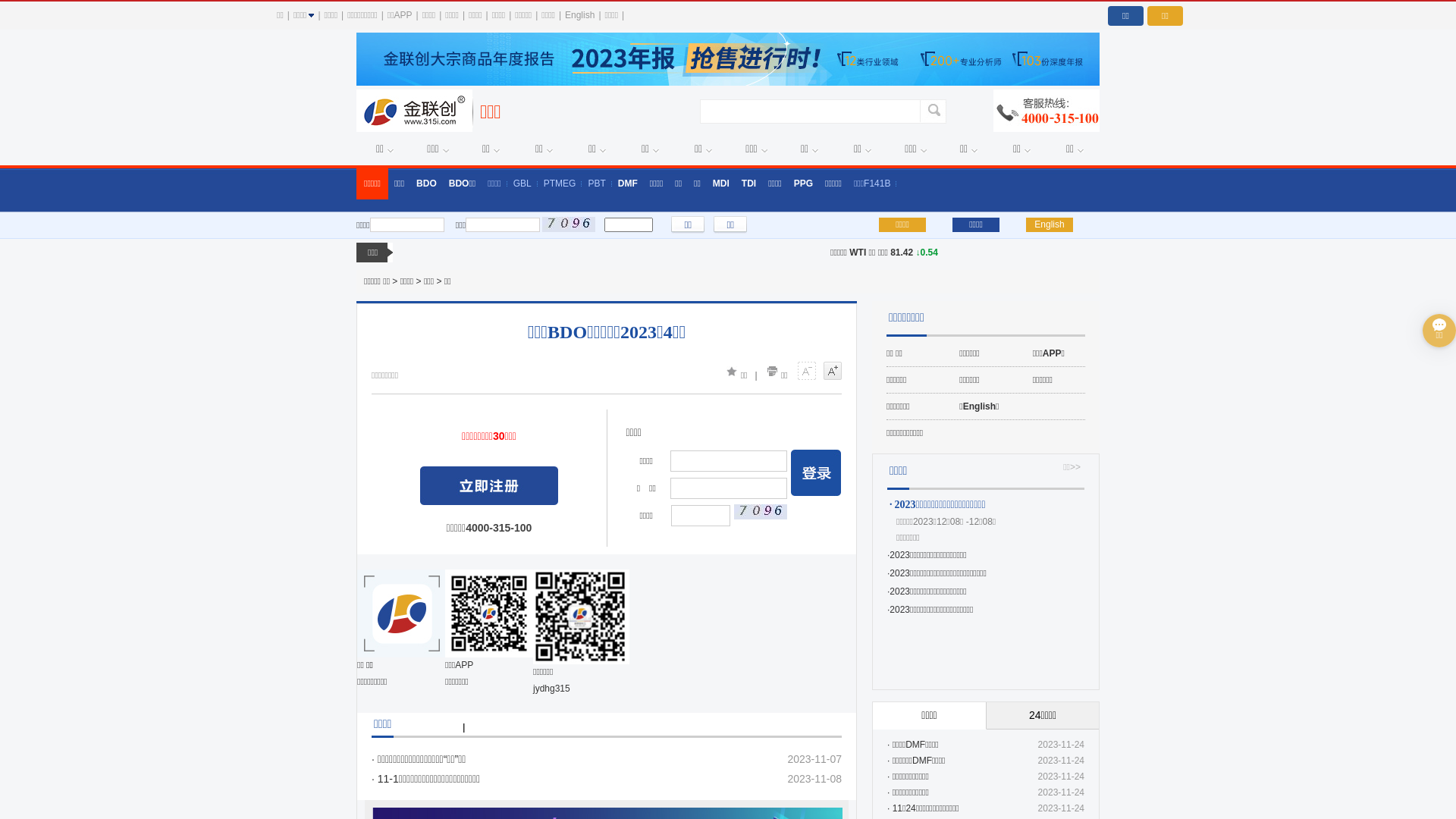  I want to click on 'DMF', so click(611, 183).